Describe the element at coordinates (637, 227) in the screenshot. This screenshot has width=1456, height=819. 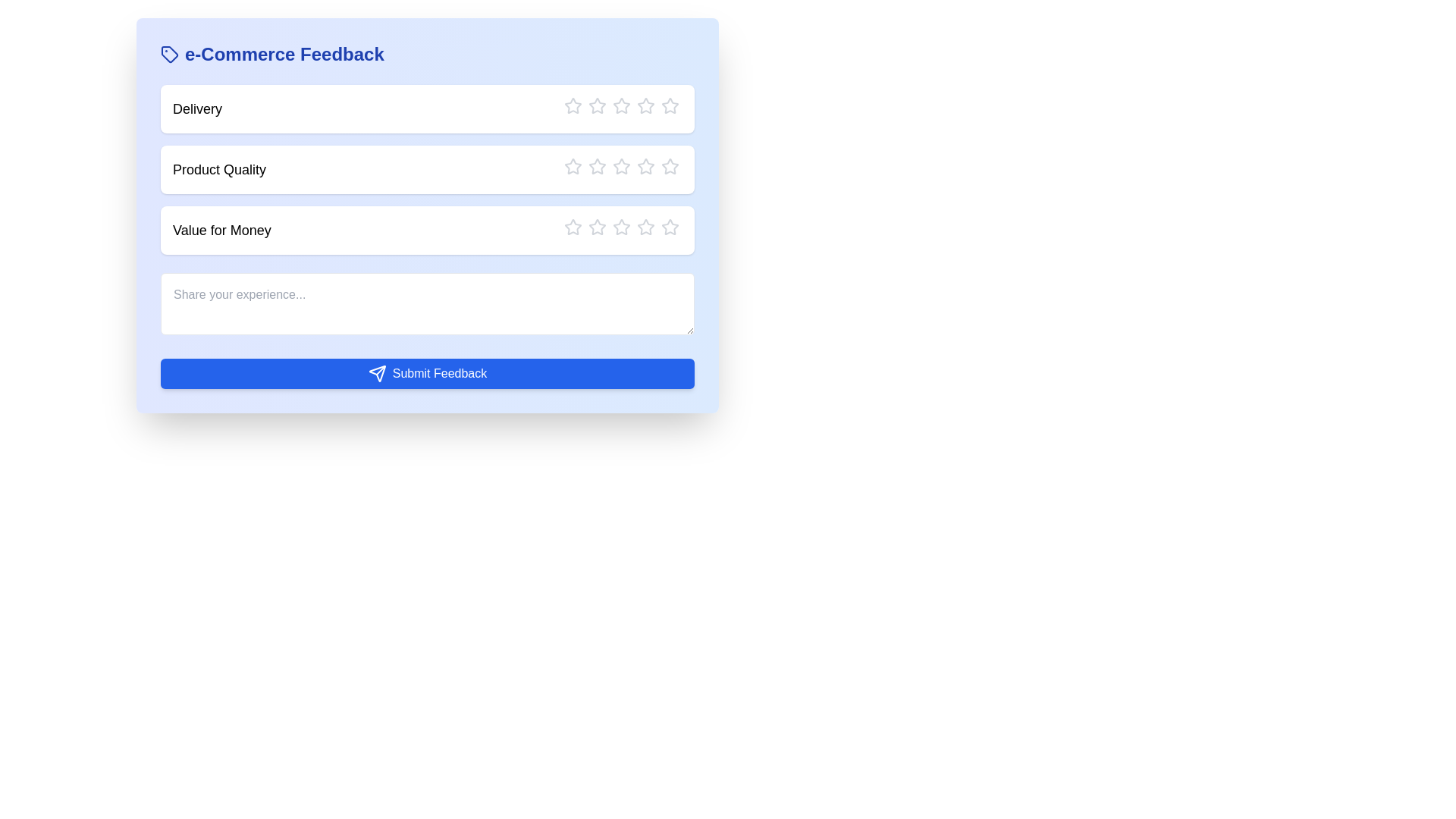
I see `the star corresponding to the rating 4 for the category Value for Money` at that location.